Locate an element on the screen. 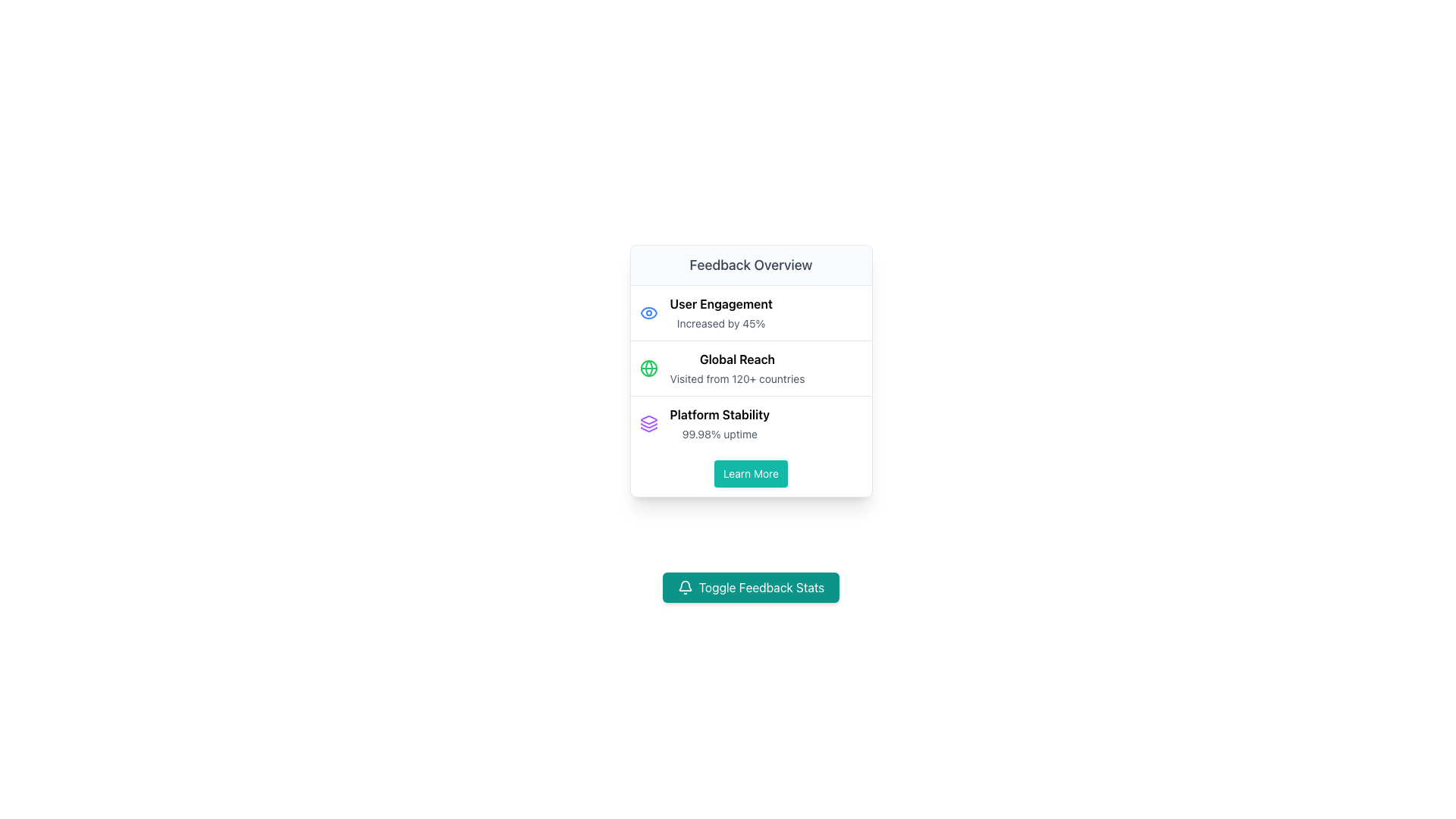 This screenshot has height=819, width=1456. the text label 'Platform Stability' which is displayed in bold black font within the 'Feedback Overview' card, located in the third row, aligned to the left is located at coordinates (719, 415).